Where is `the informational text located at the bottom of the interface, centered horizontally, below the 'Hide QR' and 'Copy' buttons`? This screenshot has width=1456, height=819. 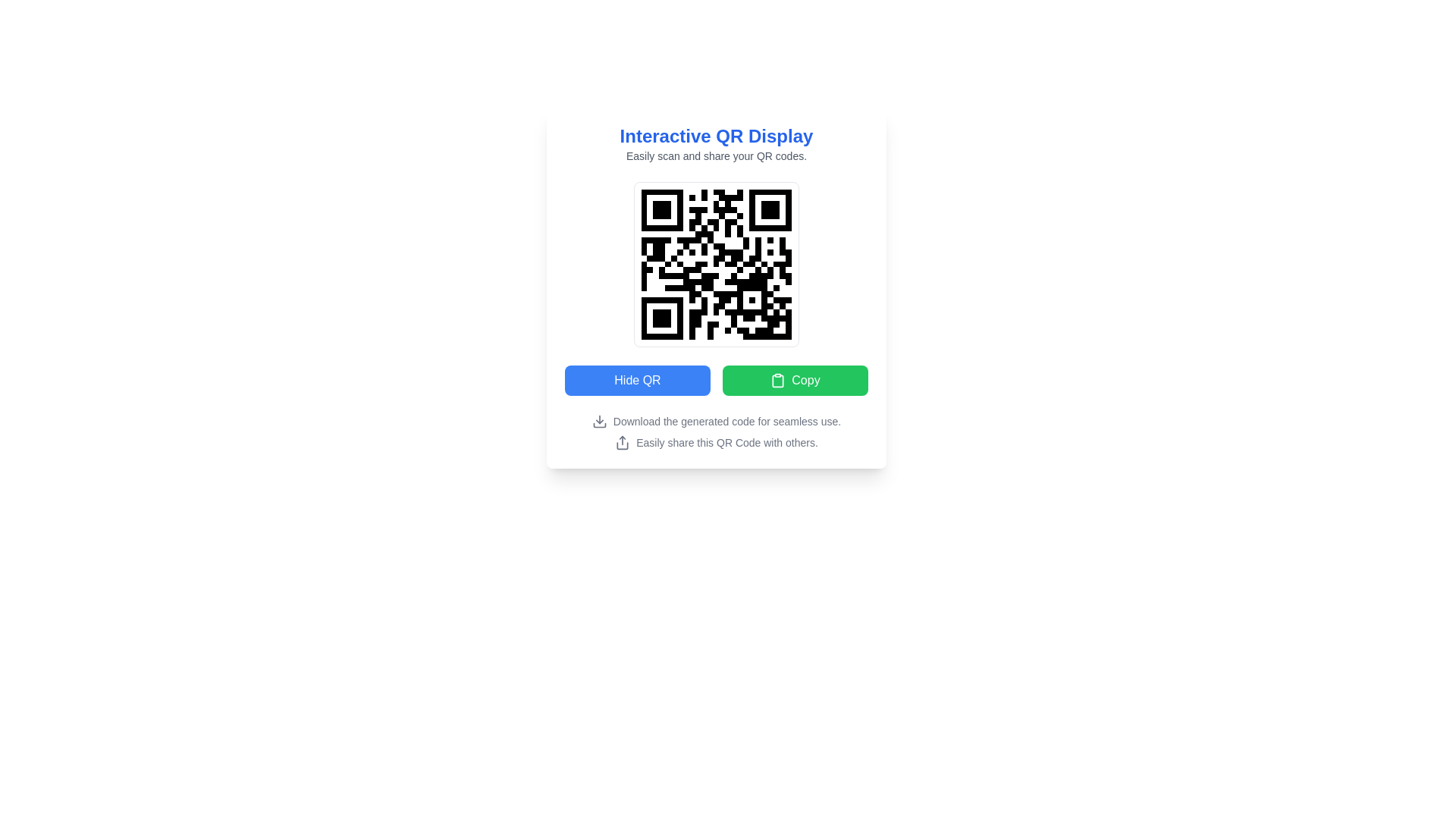 the informational text located at the bottom of the interface, centered horizontally, below the 'Hide QR' and 'Copy' buttons is located at coordinates (716, 432).